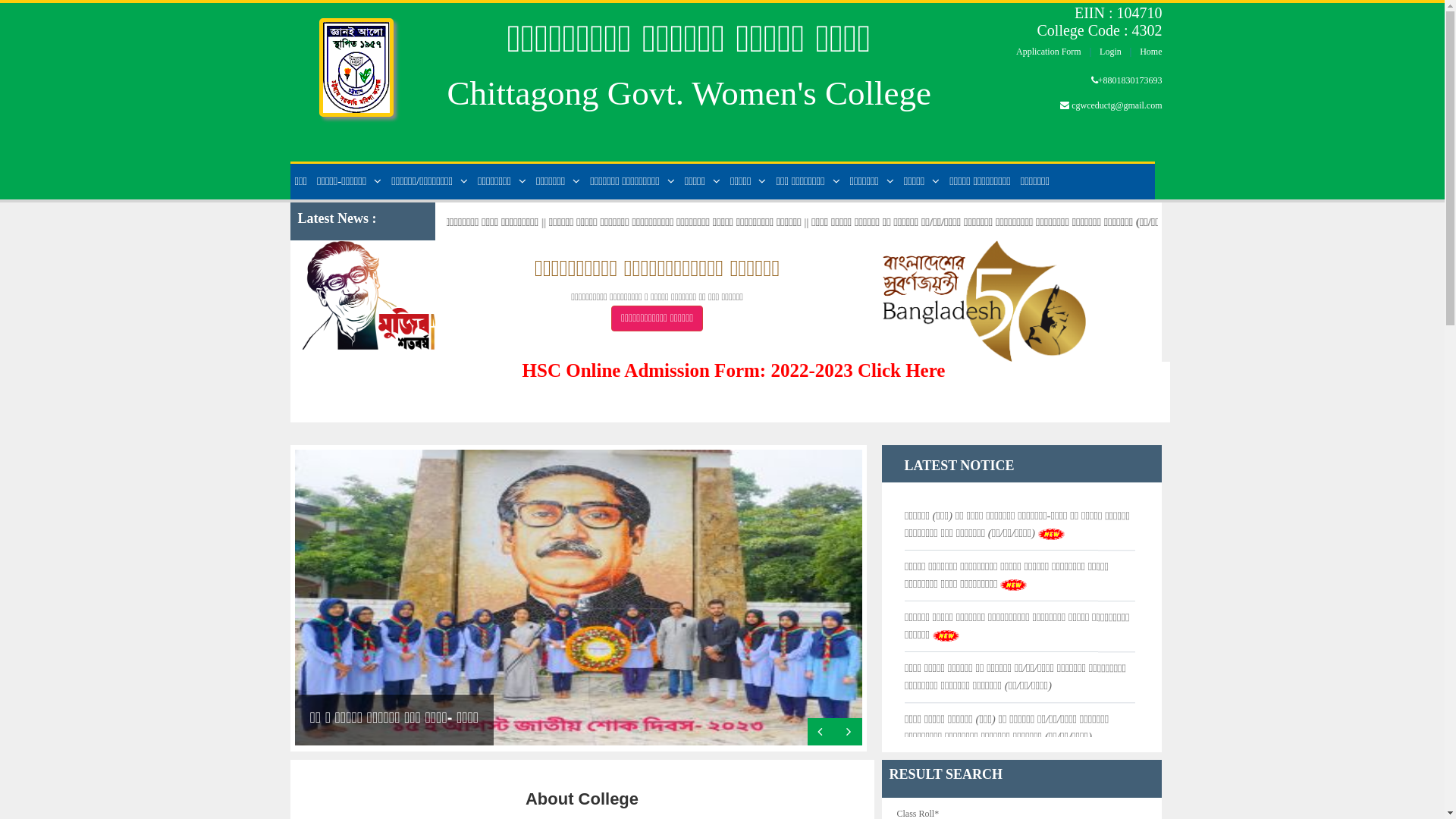  Describe the element at coordinates (734, 370) in the screenshot. I see `'HSC Online Admission Form: 2022-2023 Click Here'` at that location.